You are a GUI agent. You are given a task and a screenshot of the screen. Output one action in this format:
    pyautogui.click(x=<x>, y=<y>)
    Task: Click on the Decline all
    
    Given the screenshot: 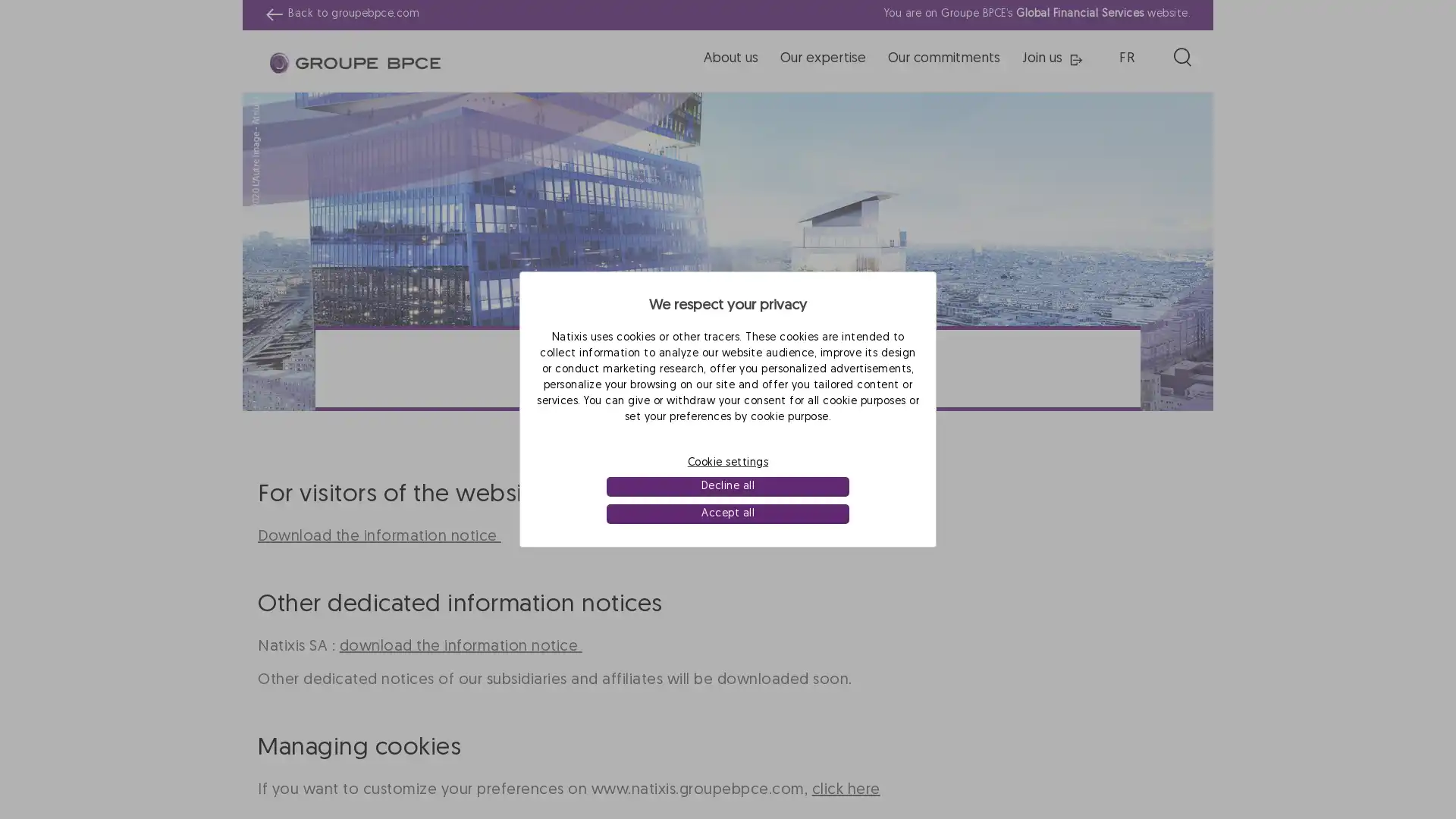 What is the action you would take?
    pyautogui.click(x=726, y=486)
    